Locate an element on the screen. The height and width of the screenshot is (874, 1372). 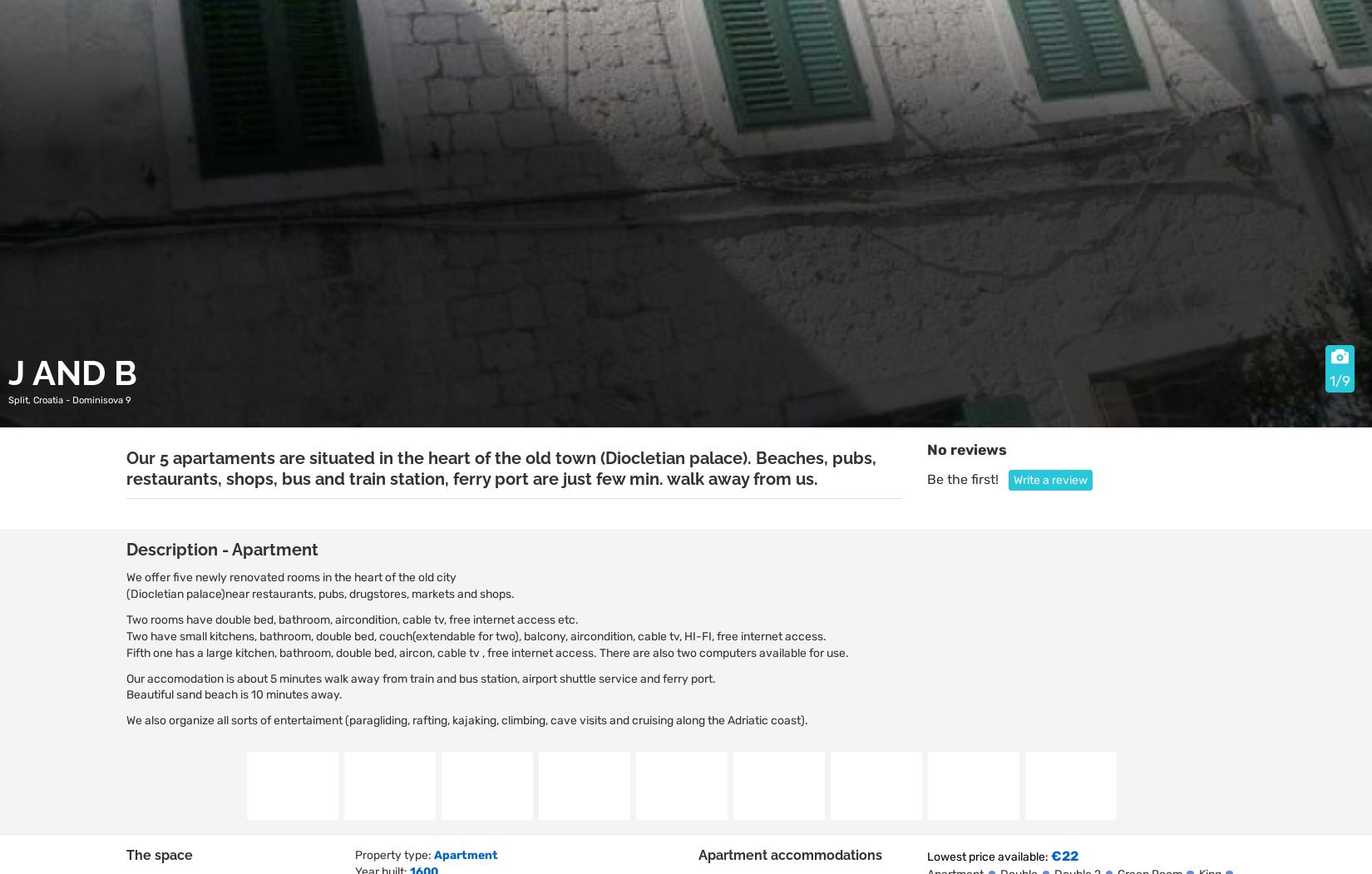
'Fifth one has a large kitchen, bathroom, double bed, aircon, cable tv , free internet access. There are also two computers available for use.' is located at coordinates (486, 651).